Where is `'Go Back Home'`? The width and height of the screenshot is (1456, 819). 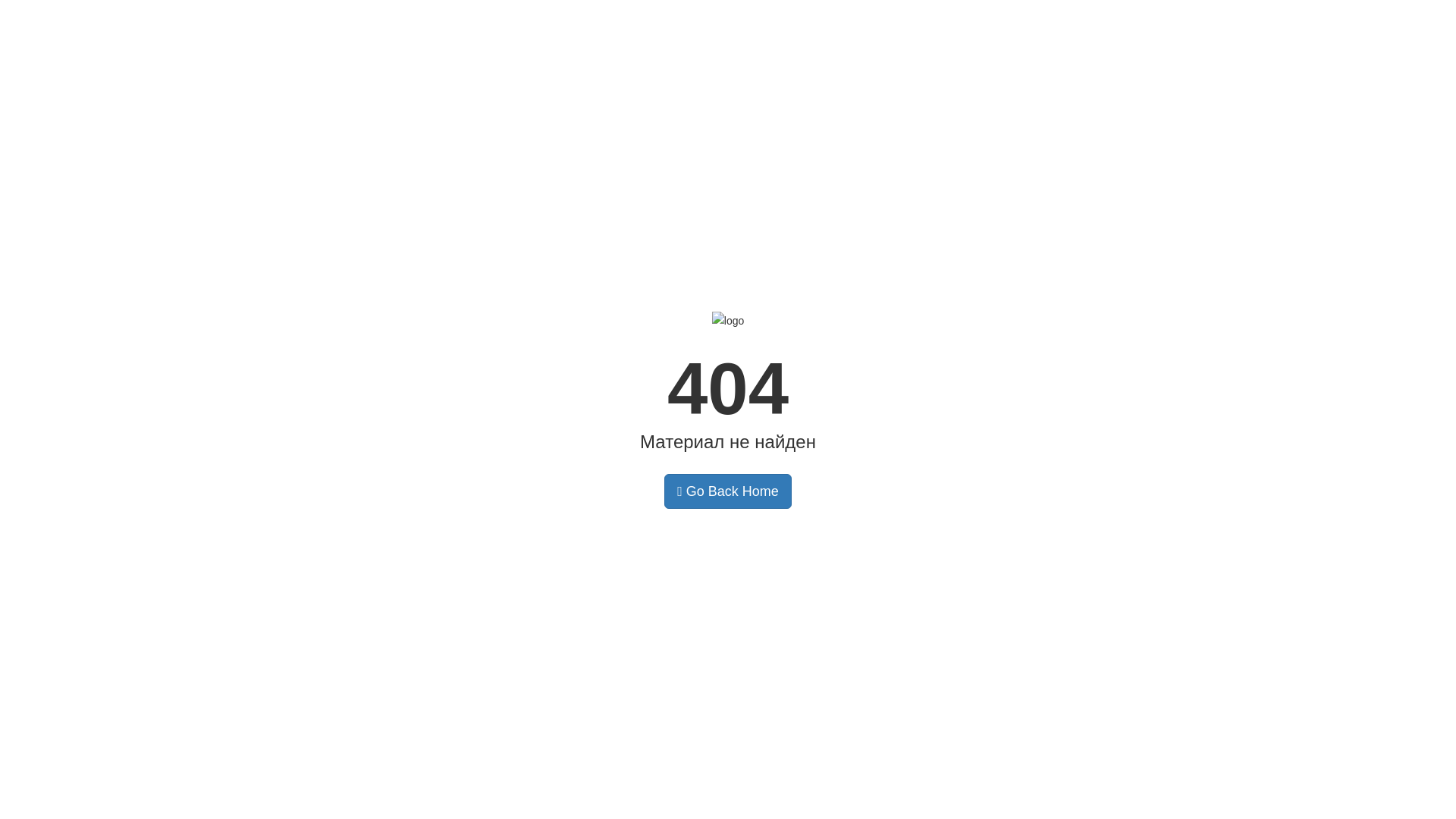 'Go Back Home' is located at coordinates (728, 491).